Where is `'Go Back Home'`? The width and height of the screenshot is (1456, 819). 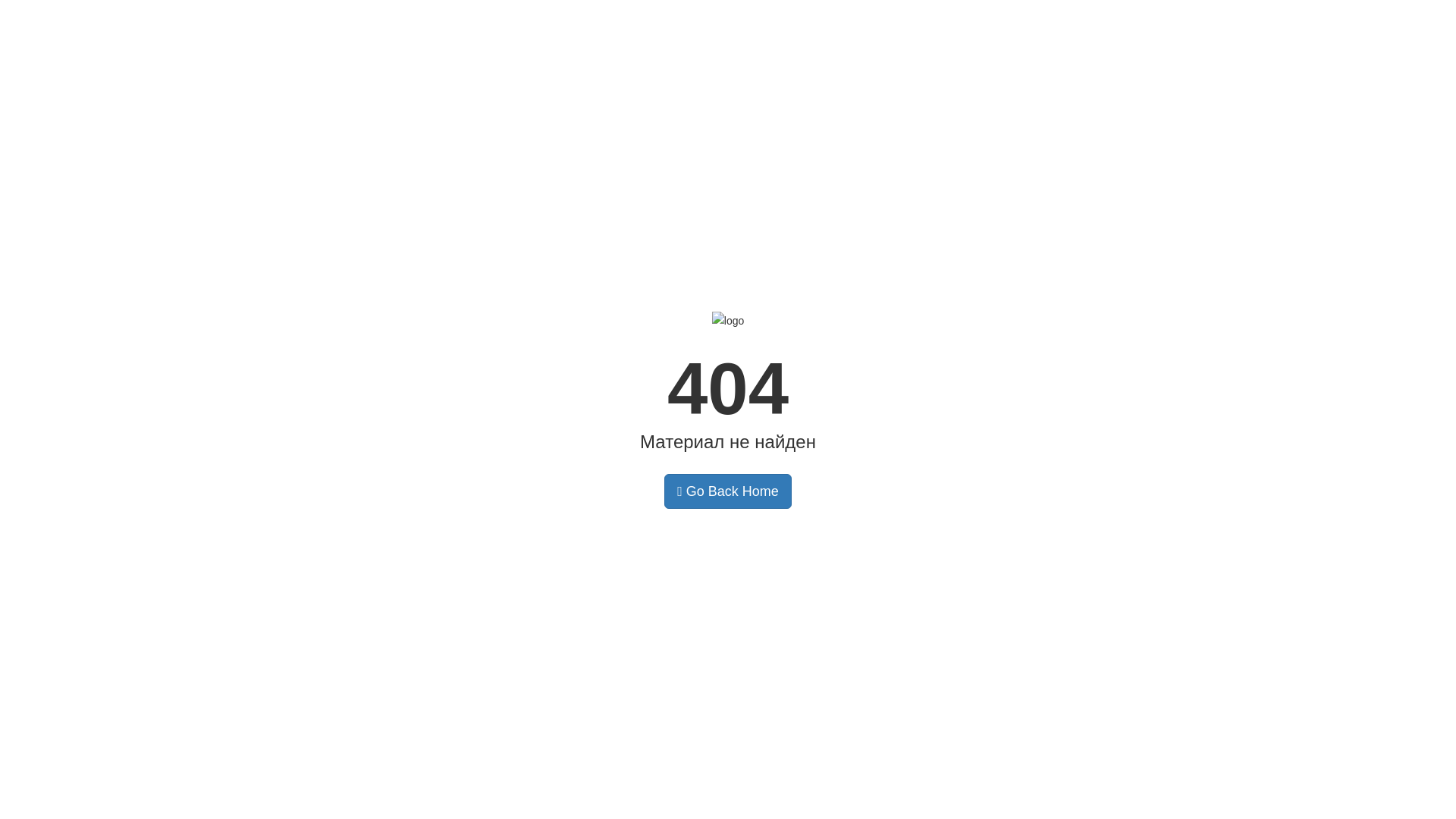 'Go Back Home' is located at coordinates (728, 491).